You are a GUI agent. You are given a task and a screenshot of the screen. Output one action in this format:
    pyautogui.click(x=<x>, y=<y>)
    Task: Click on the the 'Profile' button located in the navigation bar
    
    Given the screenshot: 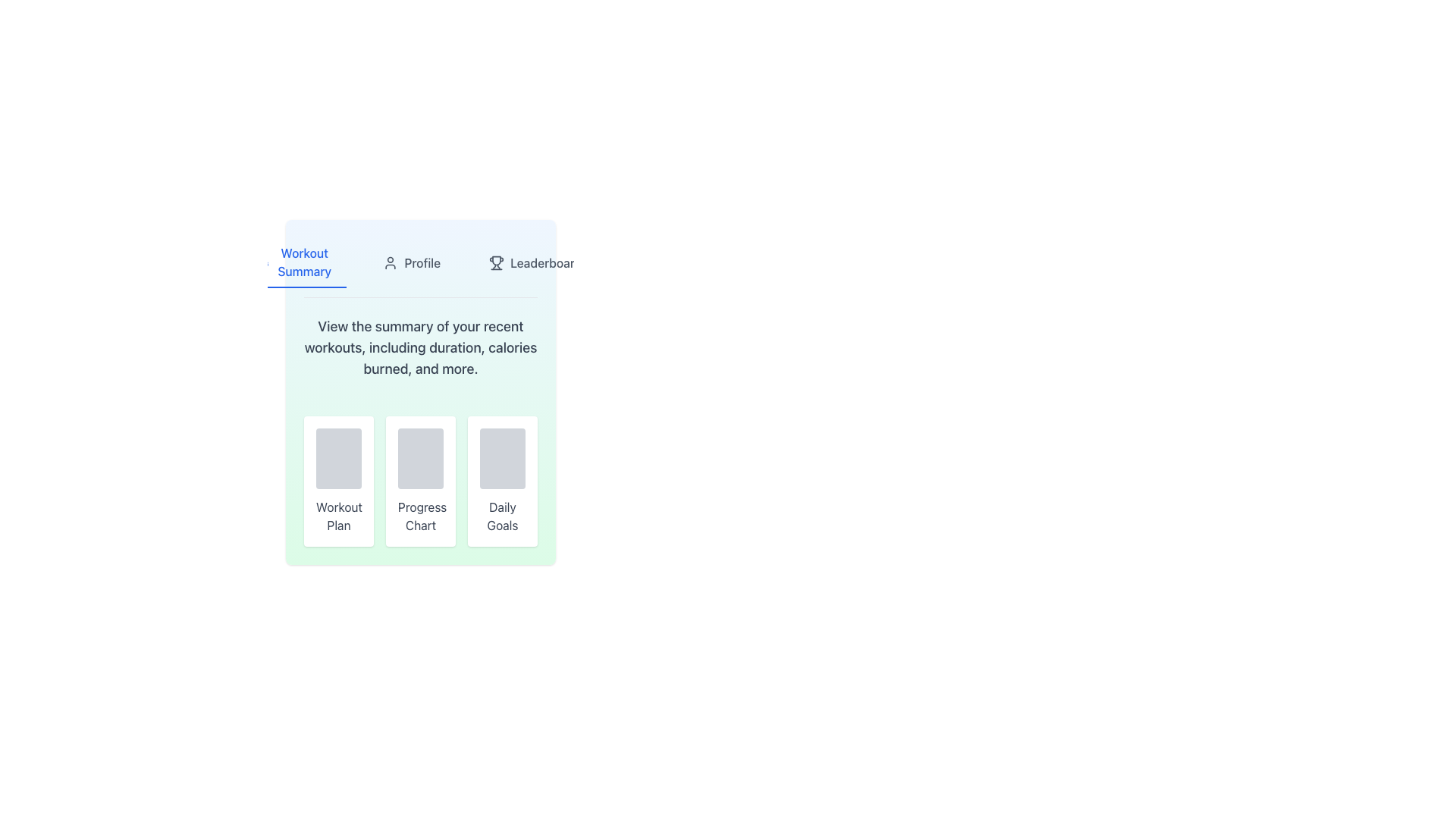 What is the action you would take?
    pyautogui.click(x=421, y=267)
    